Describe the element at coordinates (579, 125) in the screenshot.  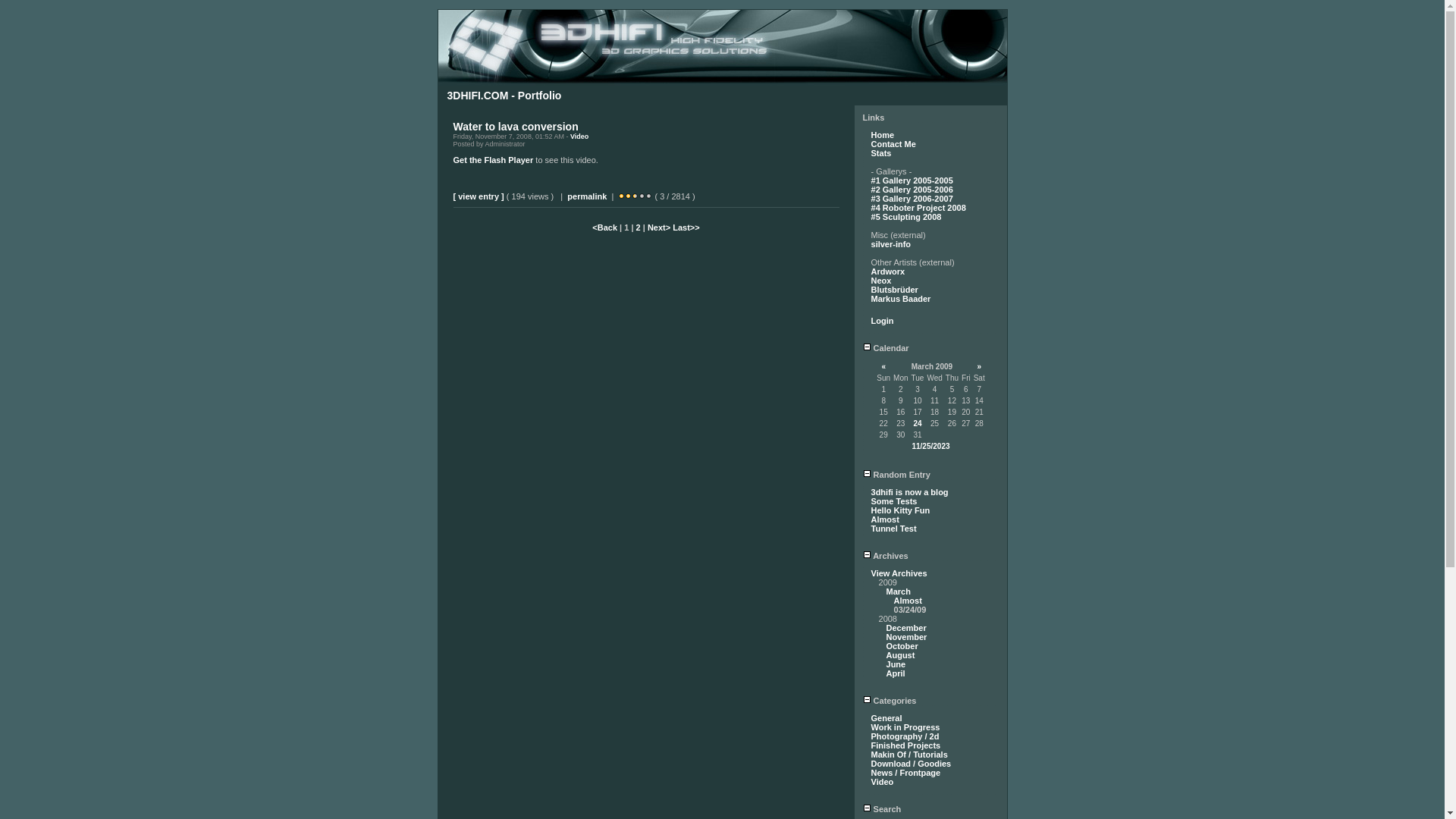
I see `' '` at that location.